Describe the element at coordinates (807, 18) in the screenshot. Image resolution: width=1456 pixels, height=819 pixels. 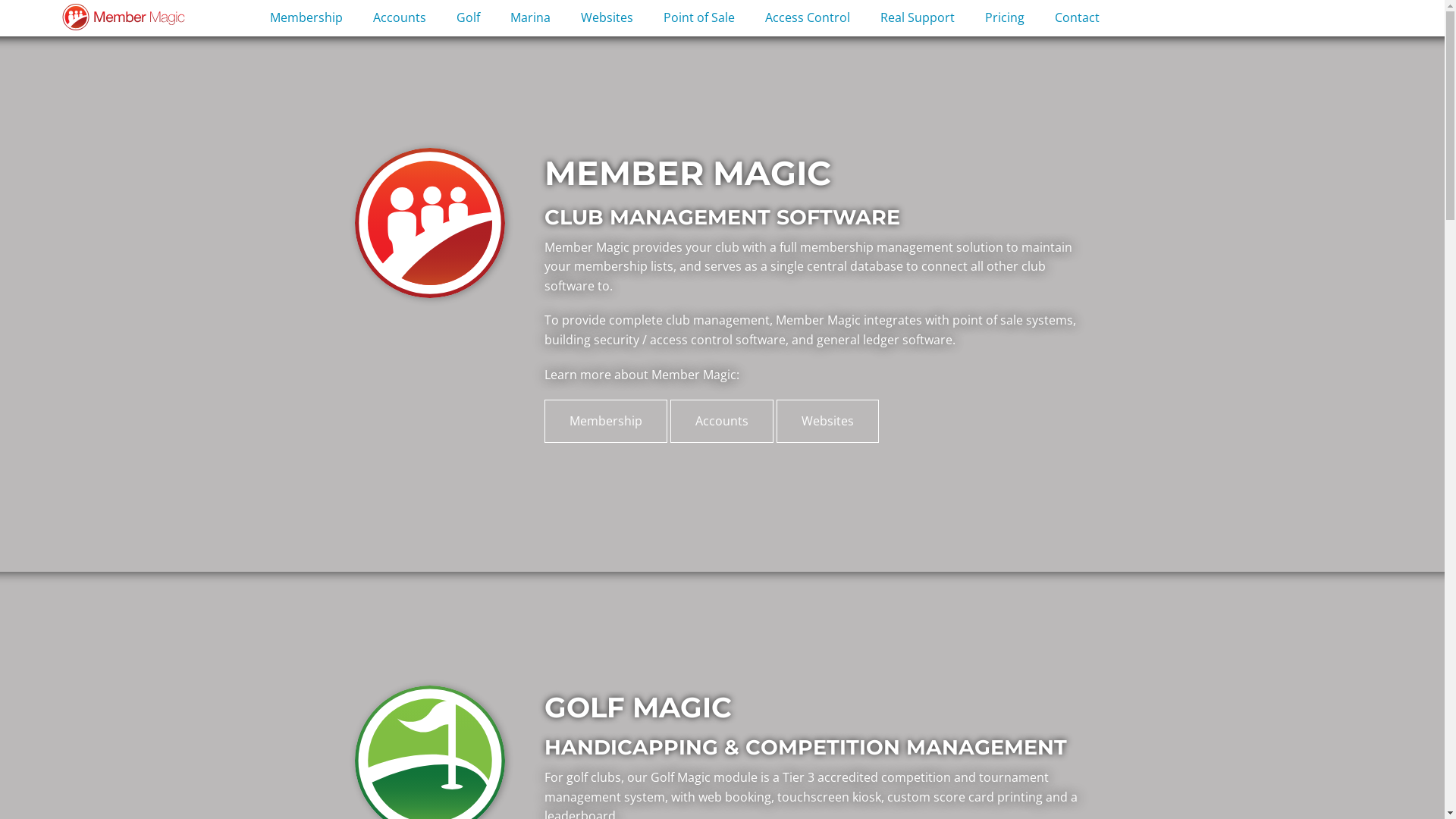
I see `'Access Control'` at that location.